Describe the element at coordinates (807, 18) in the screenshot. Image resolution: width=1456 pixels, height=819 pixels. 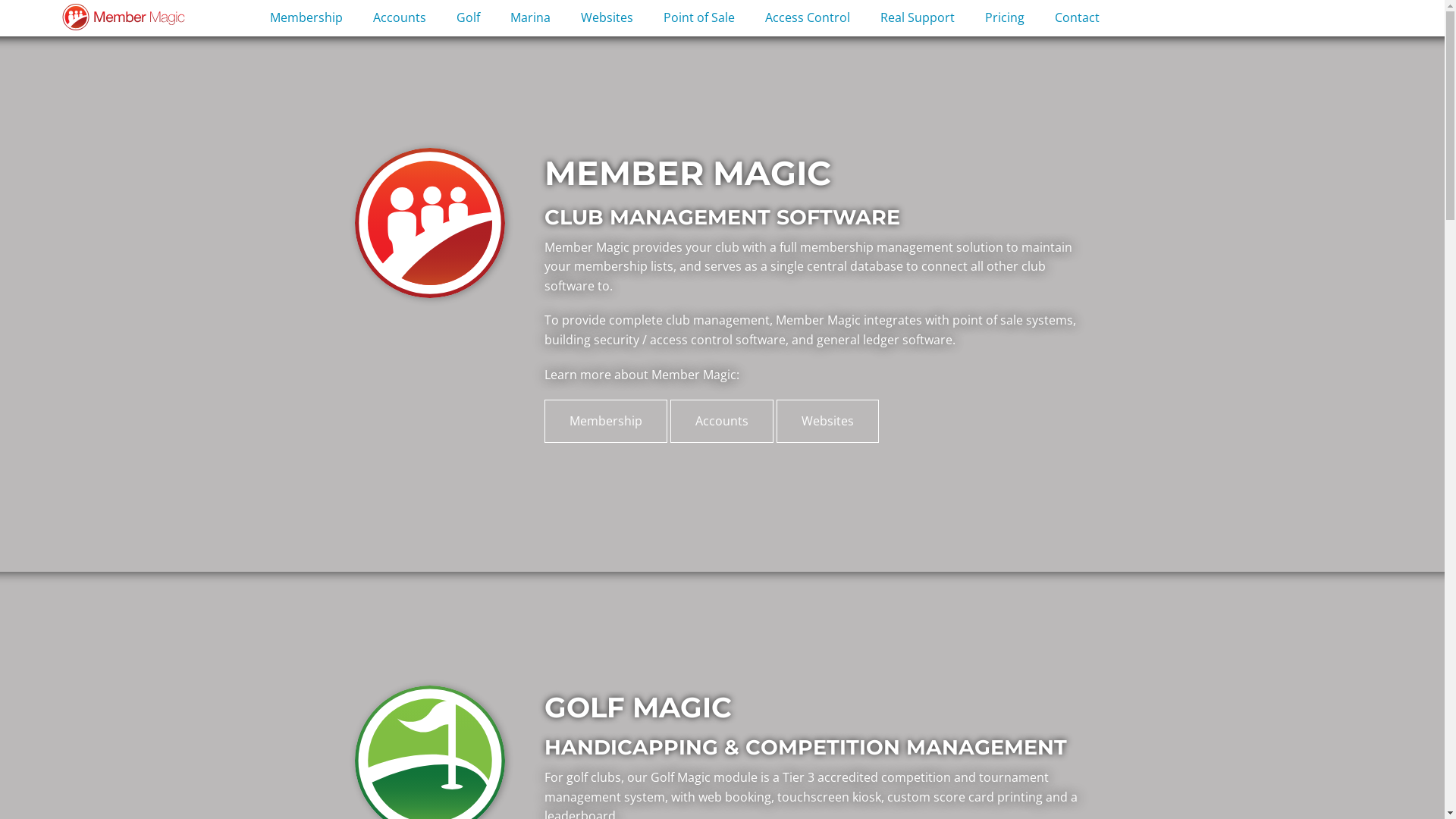
I see `'Access Control'` at that location.